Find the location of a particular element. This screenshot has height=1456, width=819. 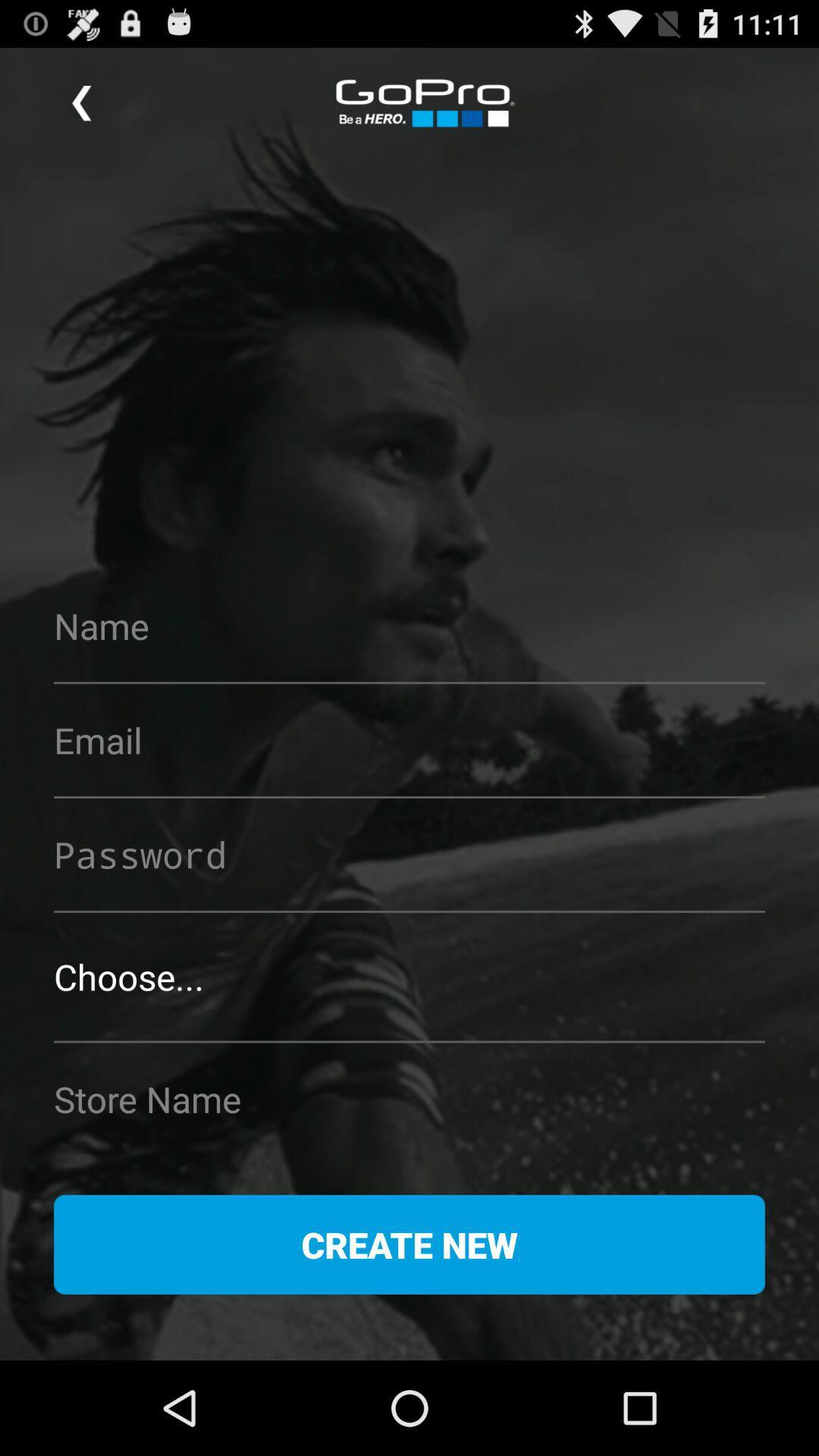

insert your name is located at coordinates (409, 626).